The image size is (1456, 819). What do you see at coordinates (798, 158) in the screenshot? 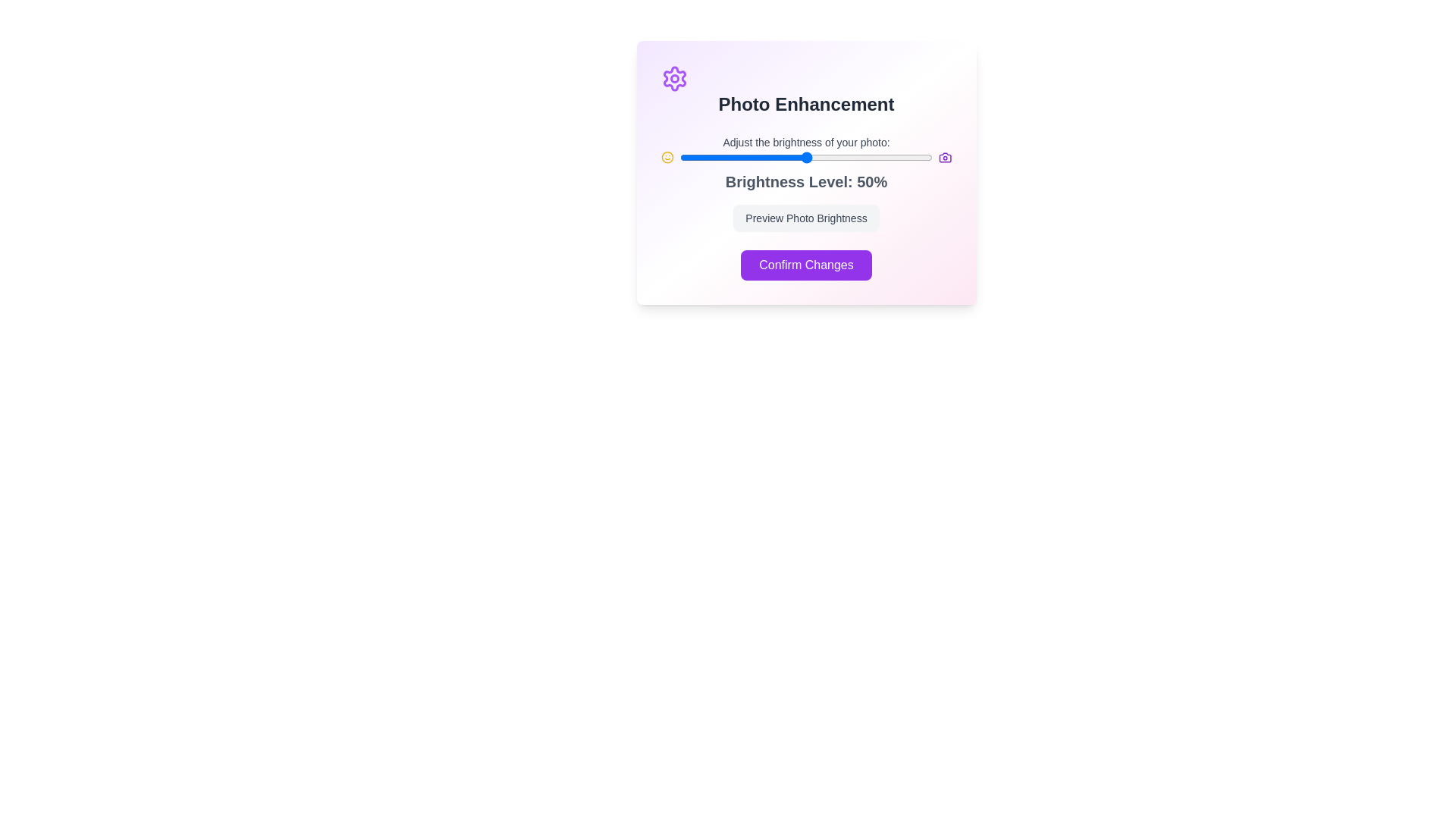
I see `the brightness level to 47% by adjusting the slider` at bounding box center [798, 158].